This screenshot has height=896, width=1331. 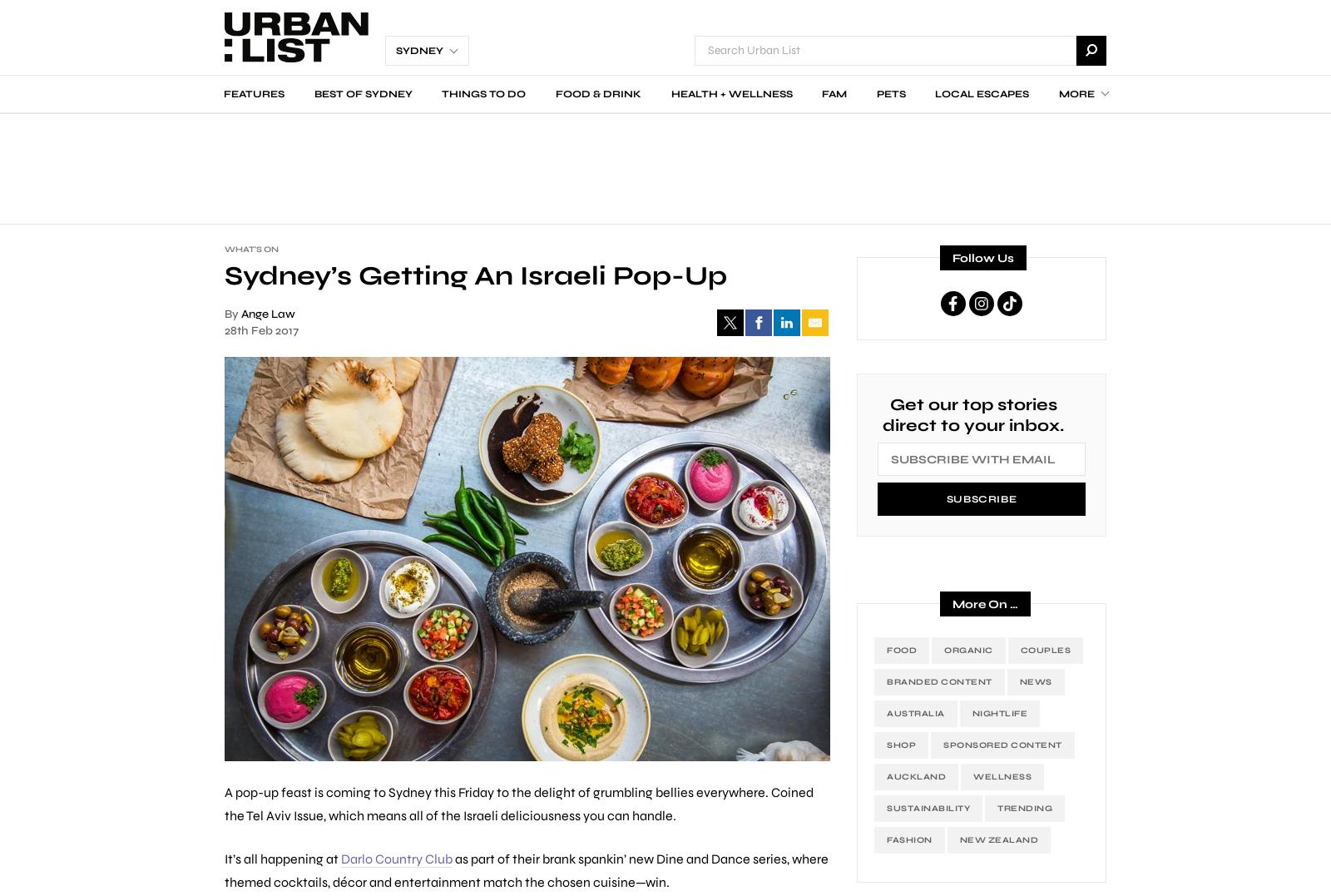 What do you see at coordinates (251, 250) in the screenshot?
I see `'What's On'` at bounding box center [251, 250].